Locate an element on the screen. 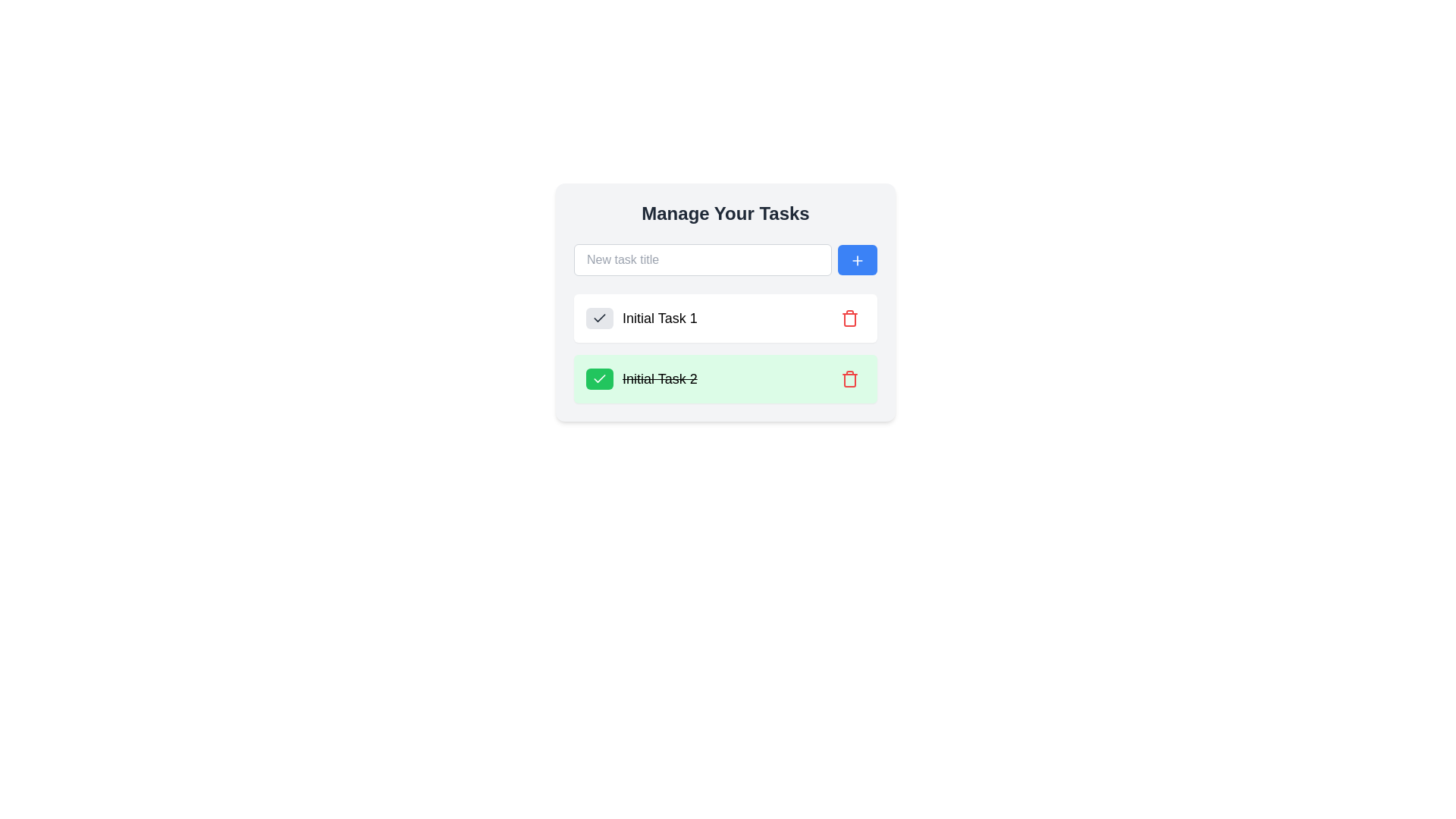  the checkmark icon indicating the completed status of the associated task, located to the left of the 'Initial Task 2' label in the 'Manage Your Tasks' interface is located at coordinates (599, 317).